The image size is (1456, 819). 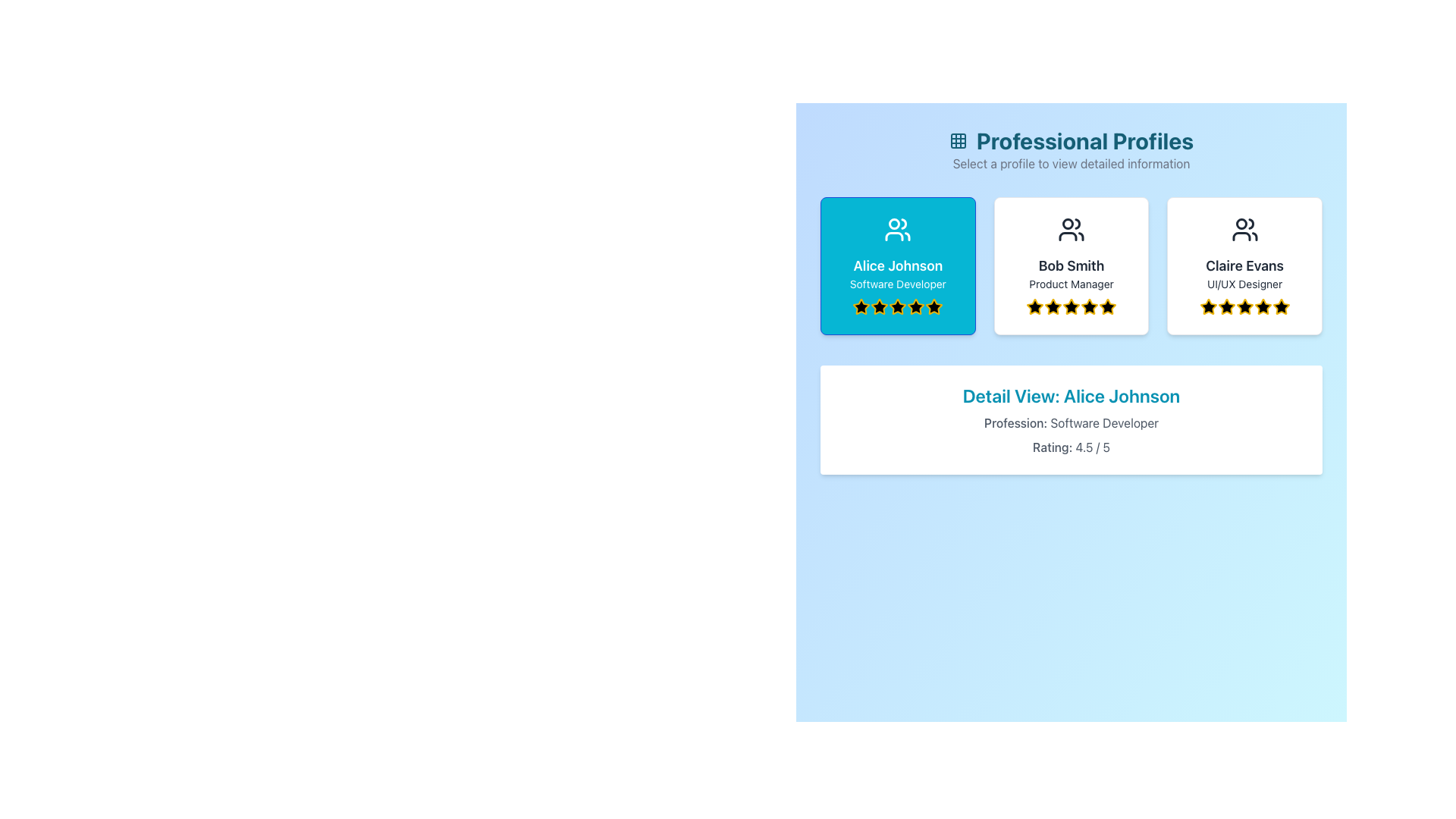 I want to click on the small circle graphical subcomponent of the 'users' SVG icon, which is centrally positioned among its sibling elements, so click(x=1067, y=224).